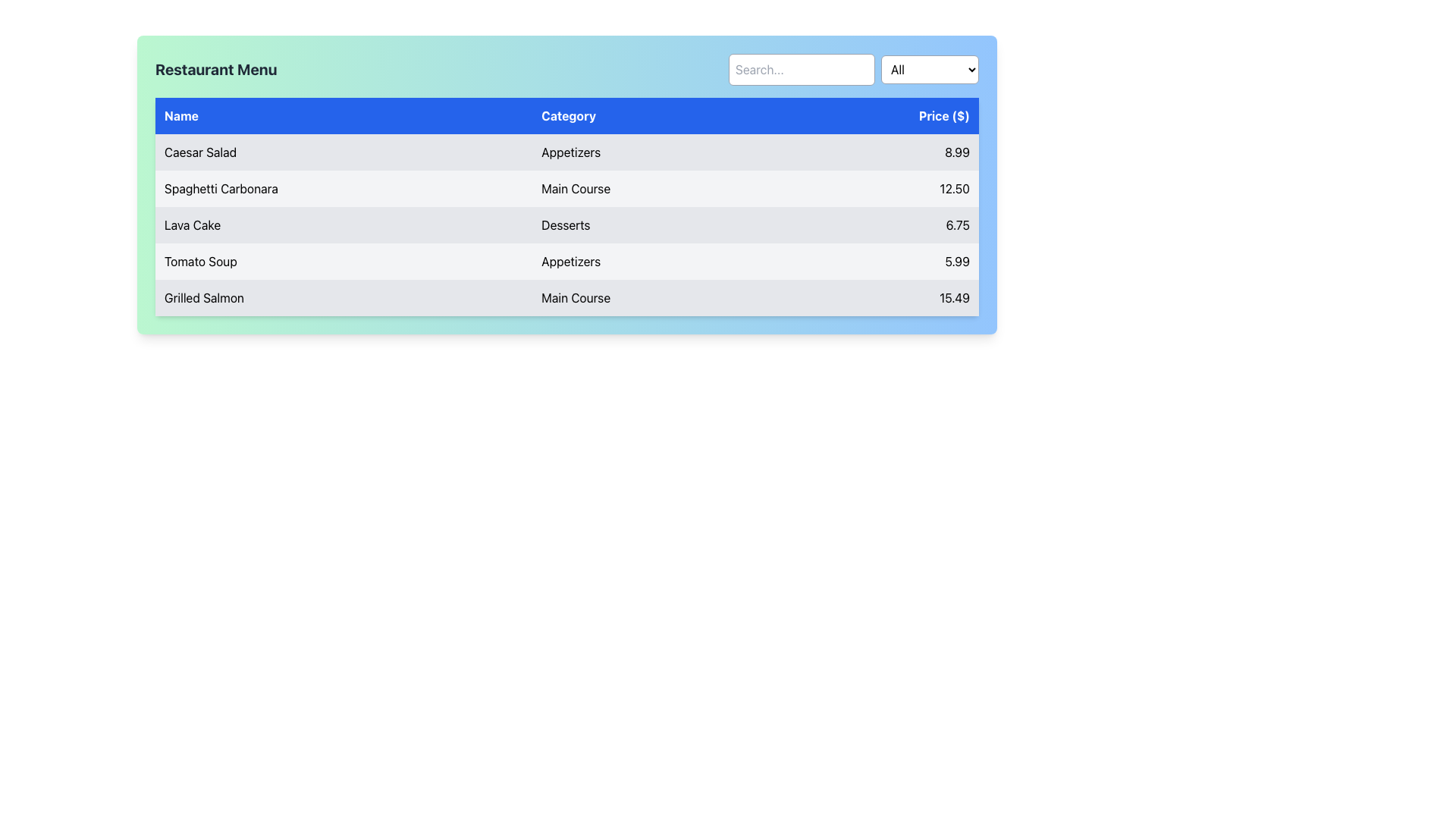 This screenshot has height=819, width=1456. Describe the element at coordinates (929, 70) in the screenshot. I see `the dropdown menu` at that location.